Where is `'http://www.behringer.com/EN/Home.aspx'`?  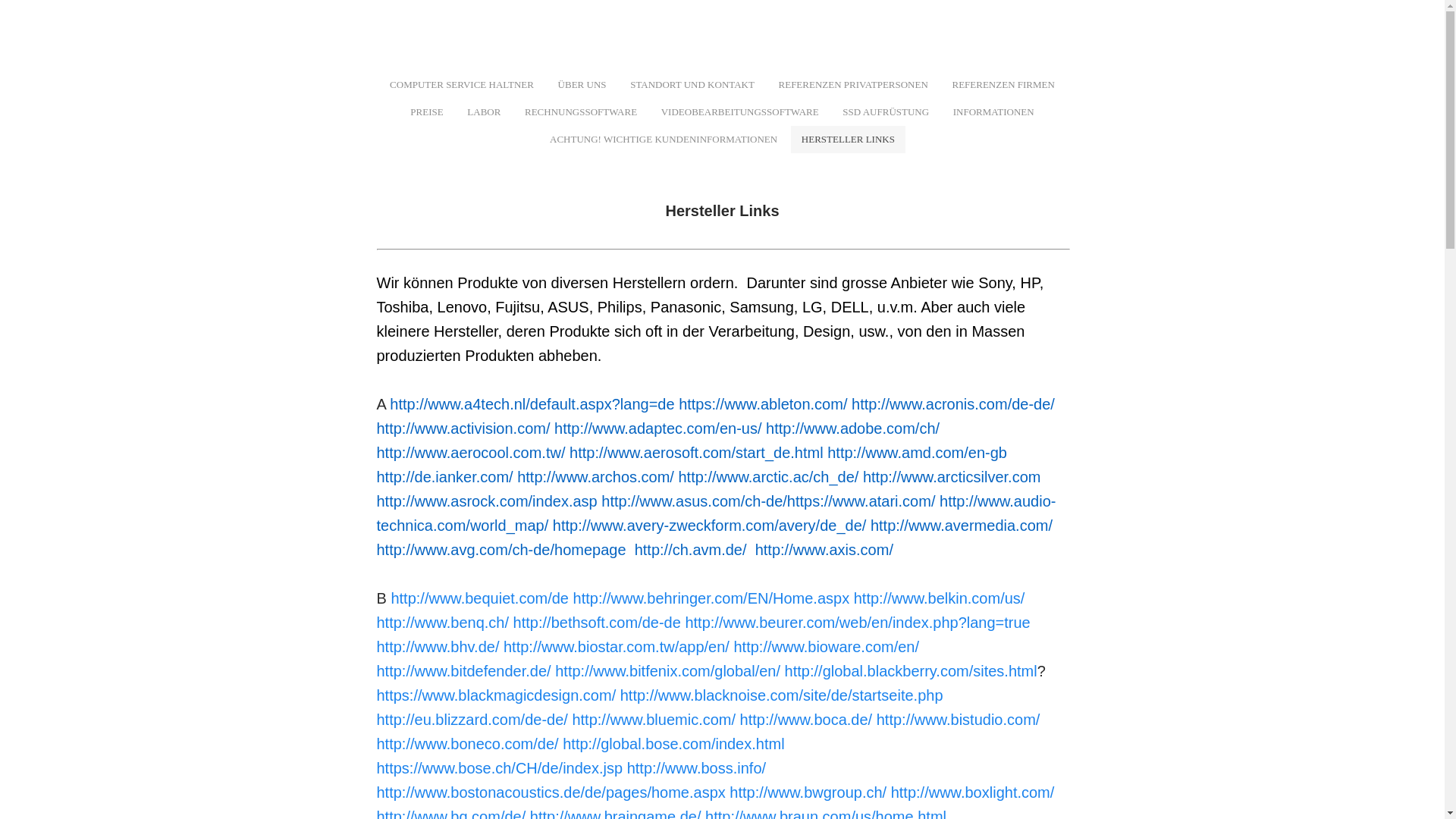 'http://www.behringer.com/EN/Home.aspx' is located at coordinates (711, 598).